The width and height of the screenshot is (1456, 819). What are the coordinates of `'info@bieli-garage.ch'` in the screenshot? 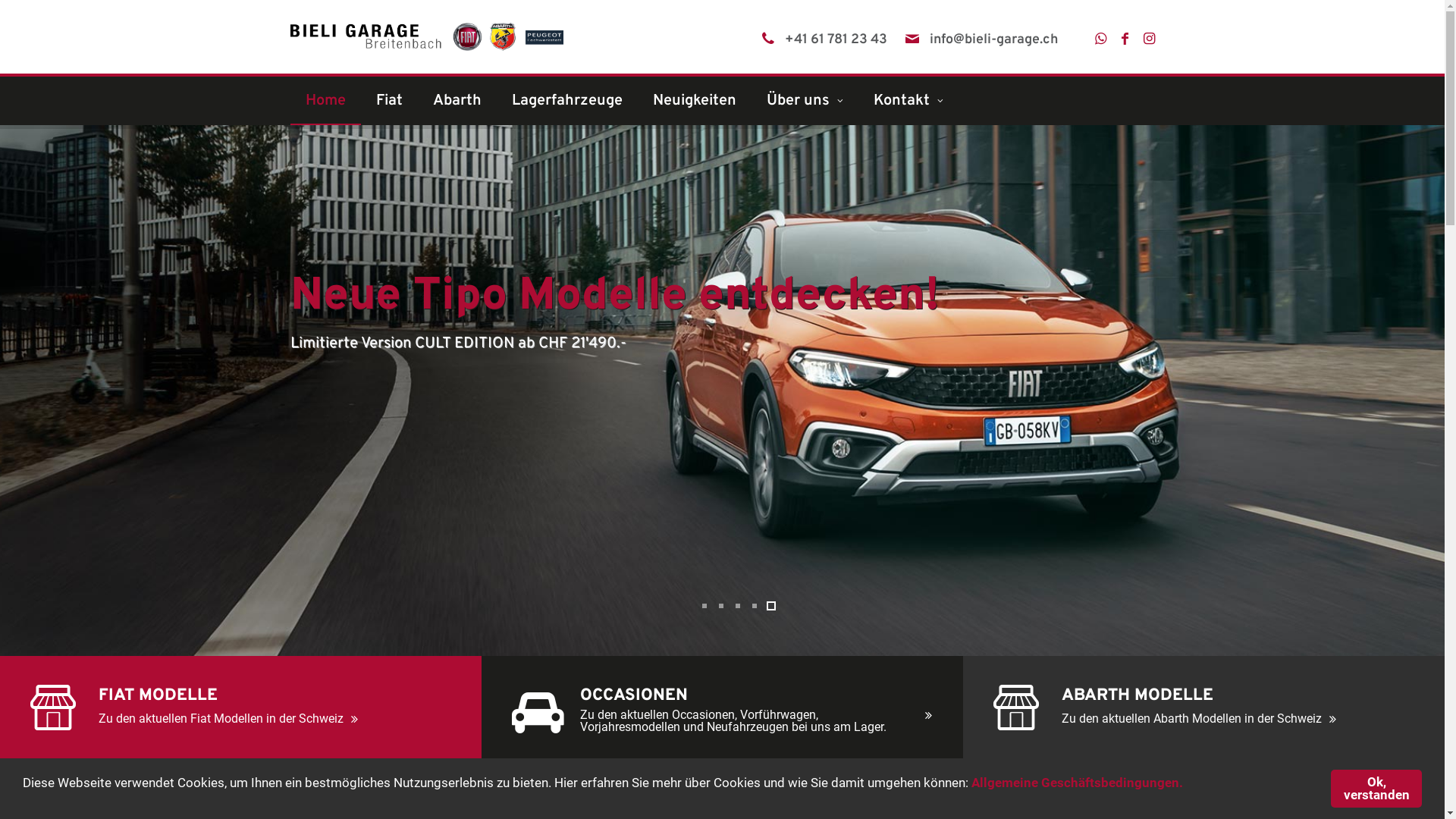 It's located at (993, 39).